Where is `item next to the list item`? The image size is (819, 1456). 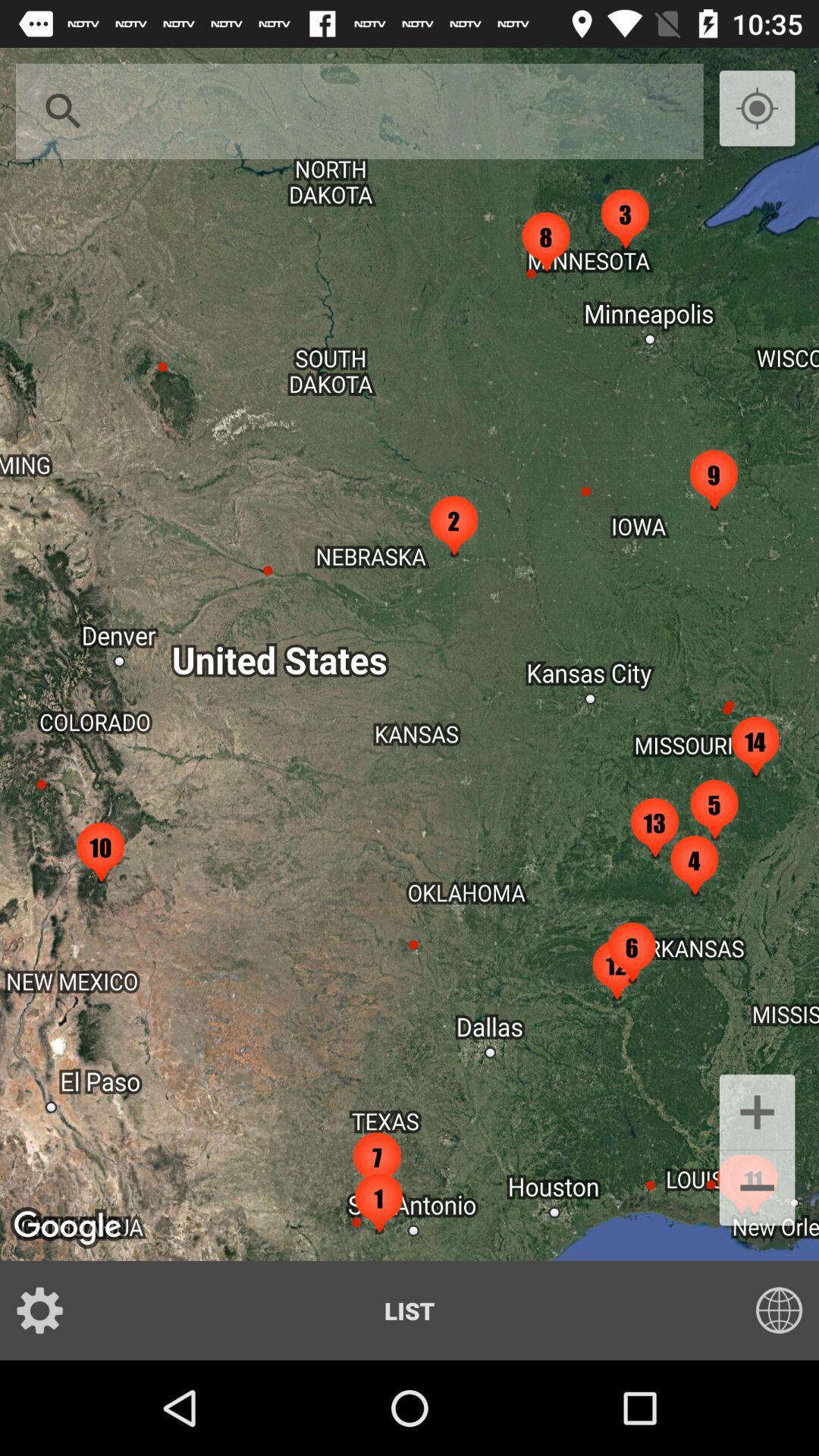 item next to the list item is located at coordinates (769, 1310).